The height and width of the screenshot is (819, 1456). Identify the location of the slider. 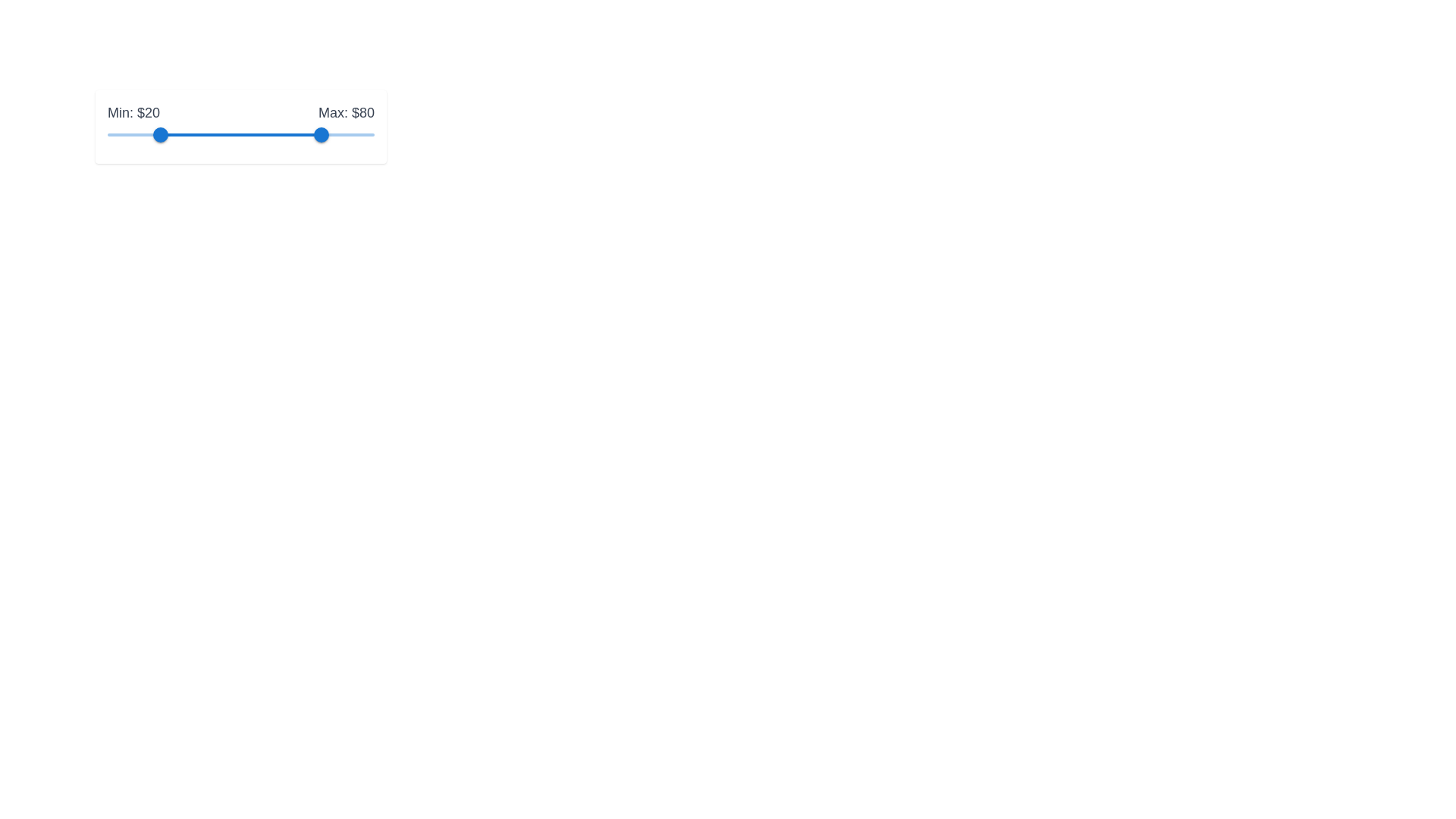
(268, 133).